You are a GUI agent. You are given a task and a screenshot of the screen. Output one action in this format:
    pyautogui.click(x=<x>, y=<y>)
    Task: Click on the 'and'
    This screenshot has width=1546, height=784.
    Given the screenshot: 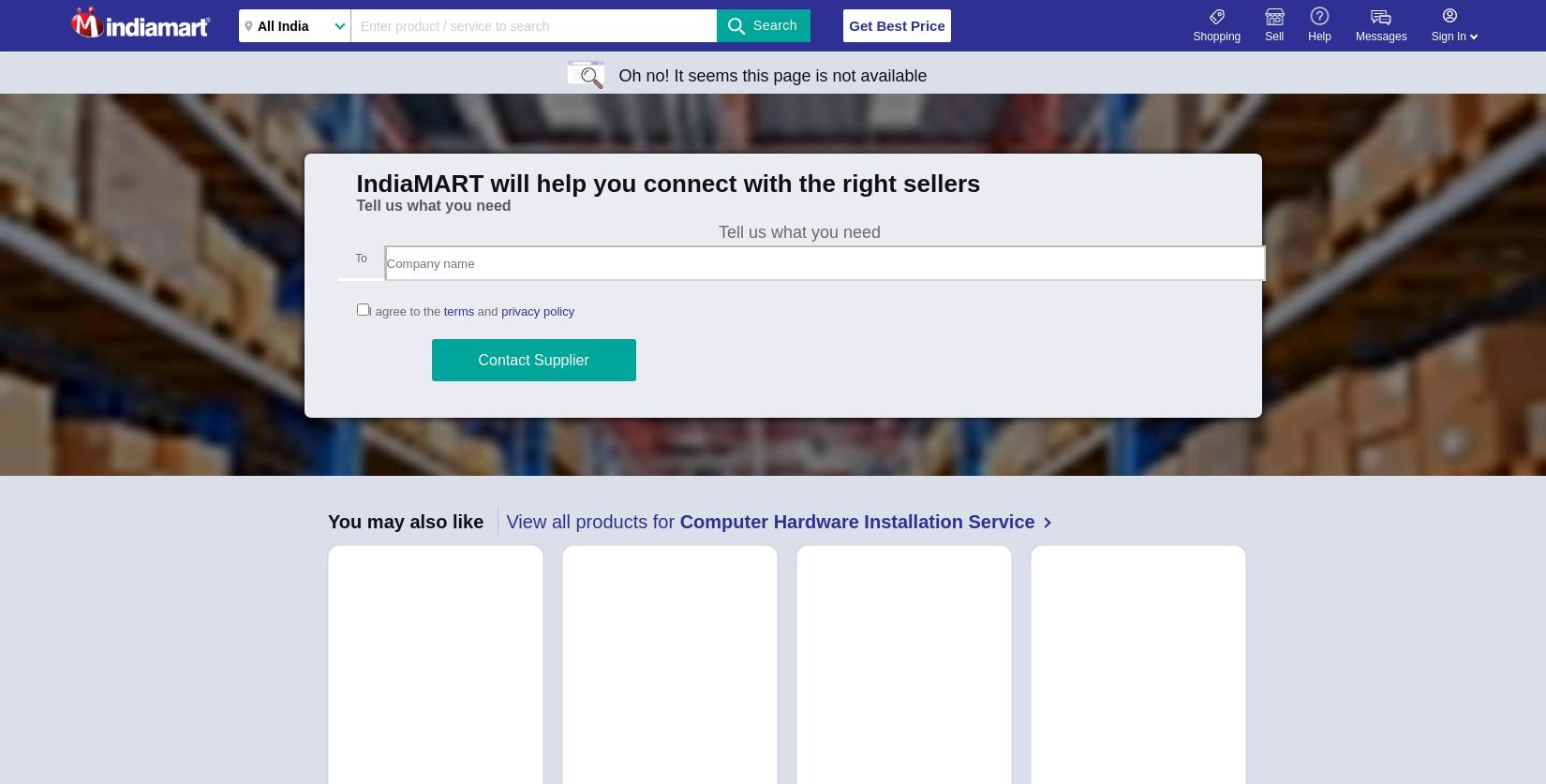 What is the action you would take?
    pyautogui.click(x=486, y=311)
    